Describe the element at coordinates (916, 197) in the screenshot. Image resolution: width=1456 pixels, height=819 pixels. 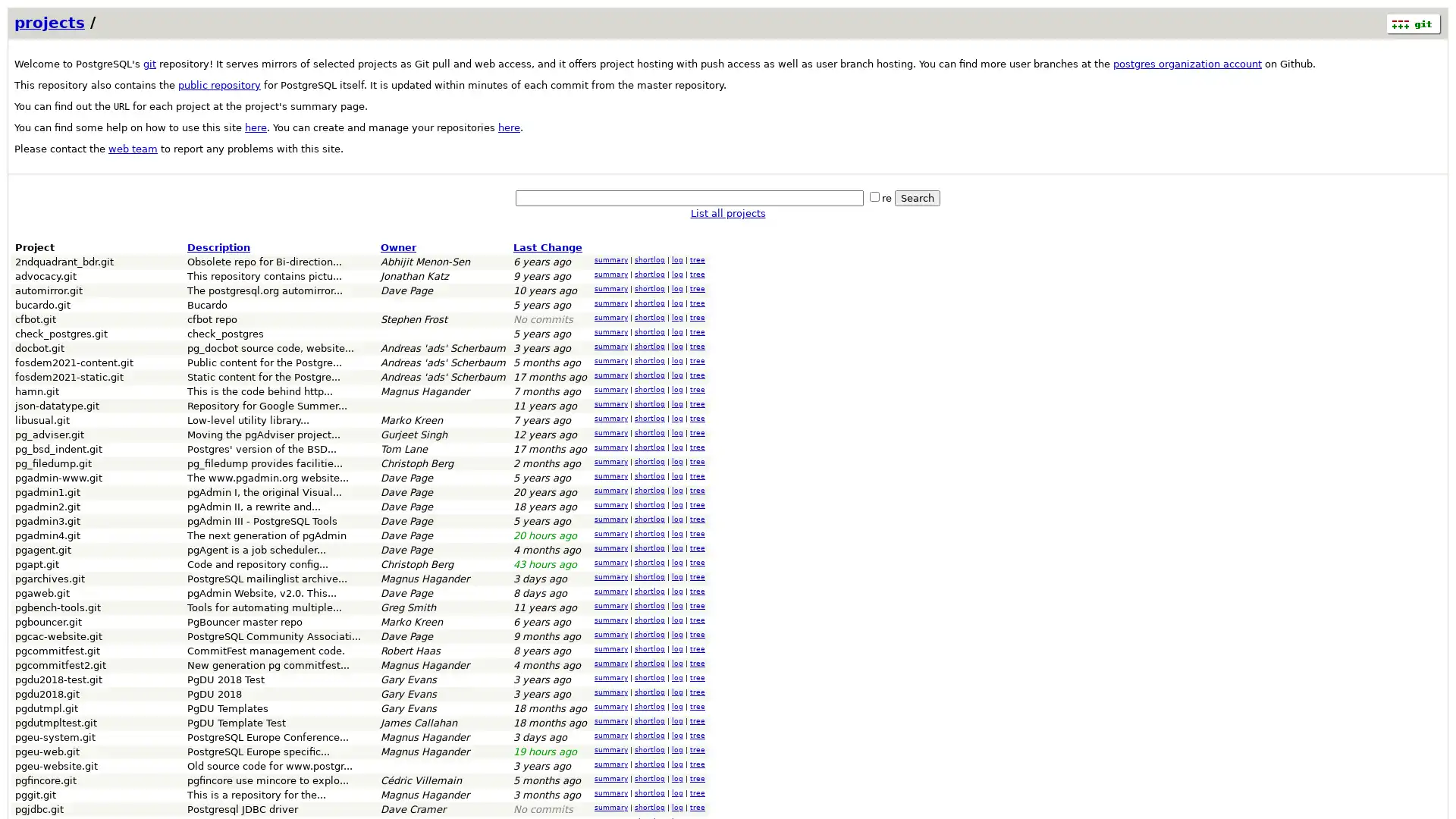
I see `Search` at that location.